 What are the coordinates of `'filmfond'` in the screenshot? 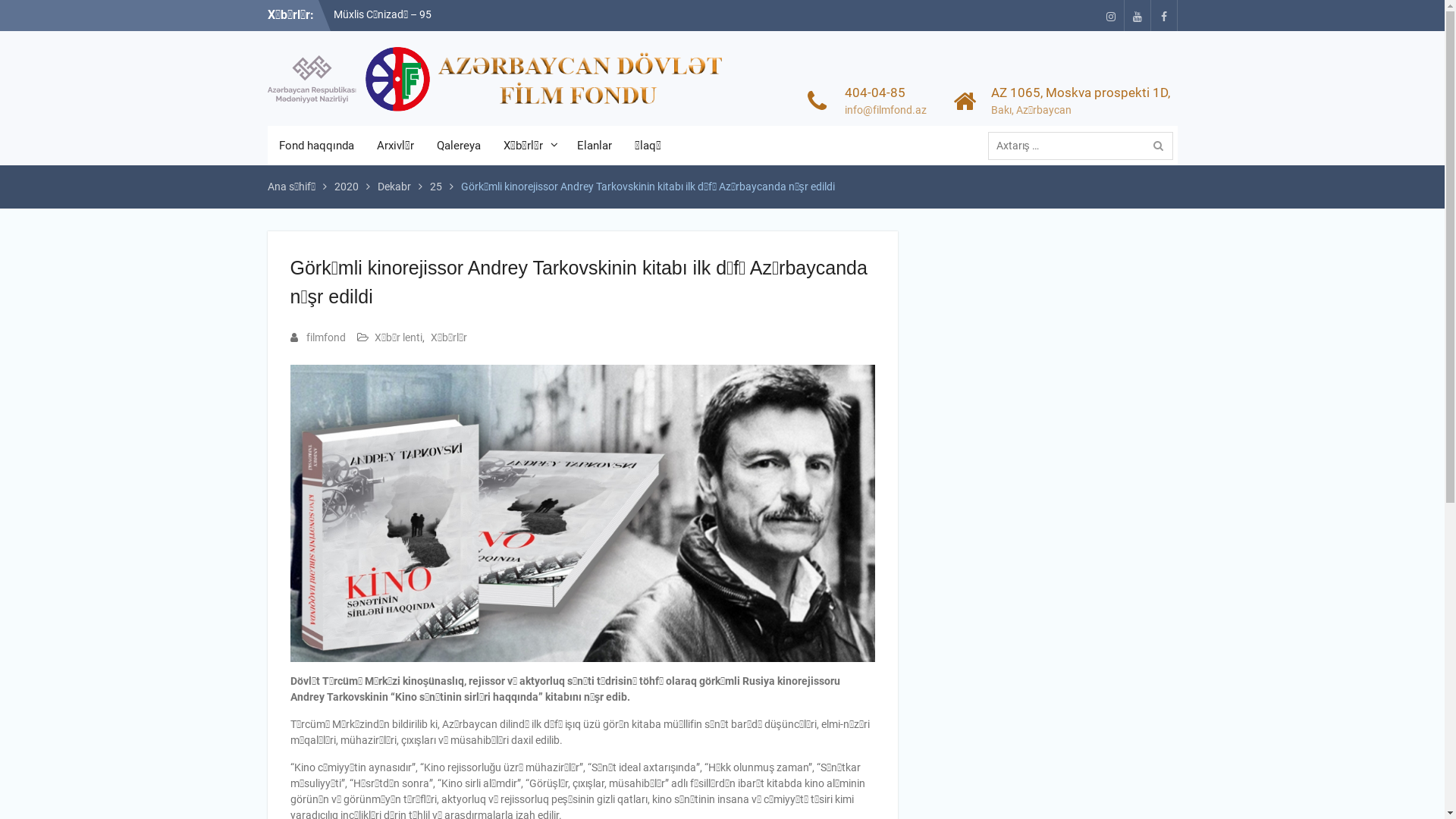 It's located at (325, 336).